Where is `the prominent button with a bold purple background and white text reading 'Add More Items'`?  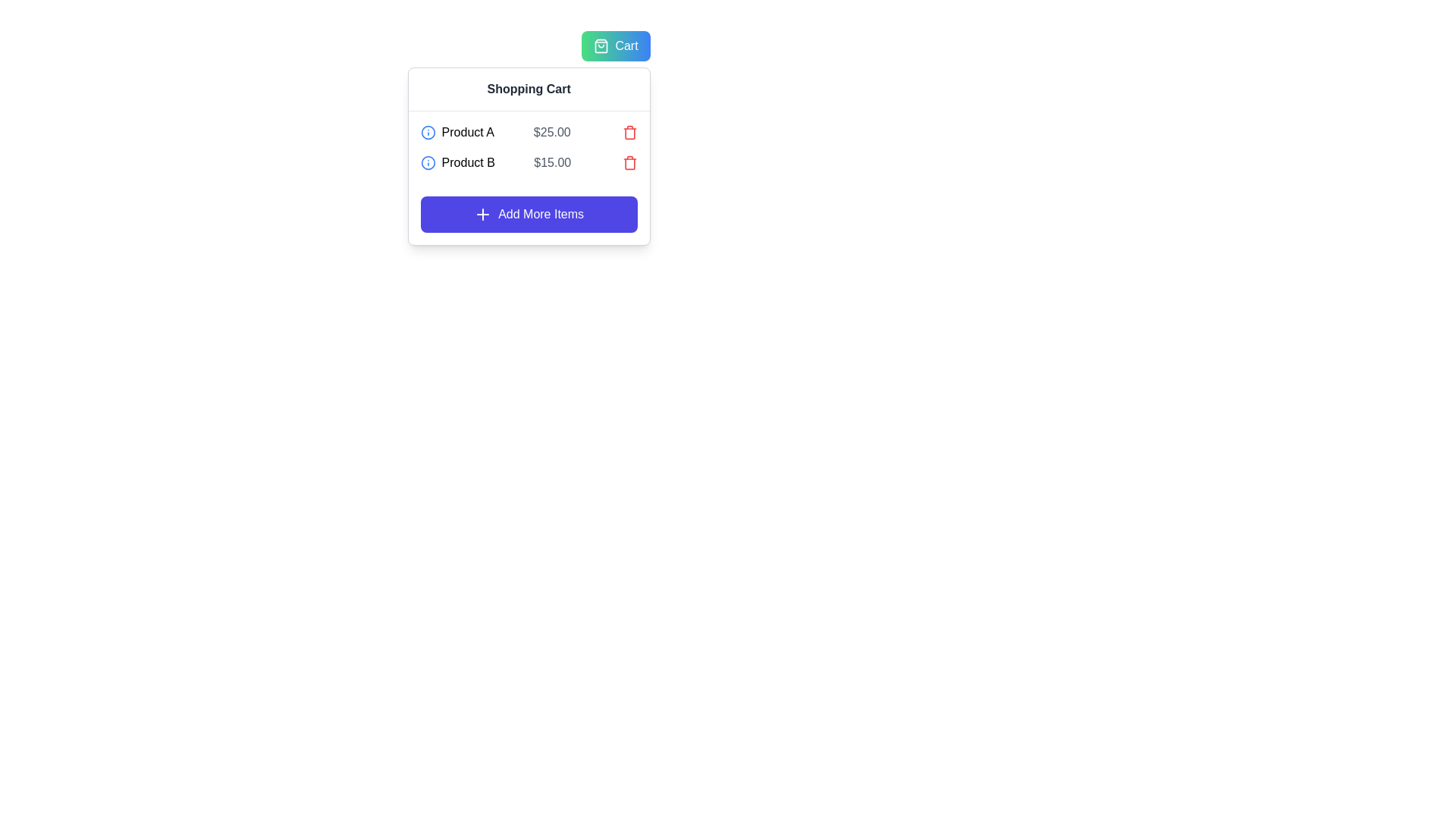
the prominent button with a bold purple background and white text reading 'Add More Items' is located at coordinates (529, 214).